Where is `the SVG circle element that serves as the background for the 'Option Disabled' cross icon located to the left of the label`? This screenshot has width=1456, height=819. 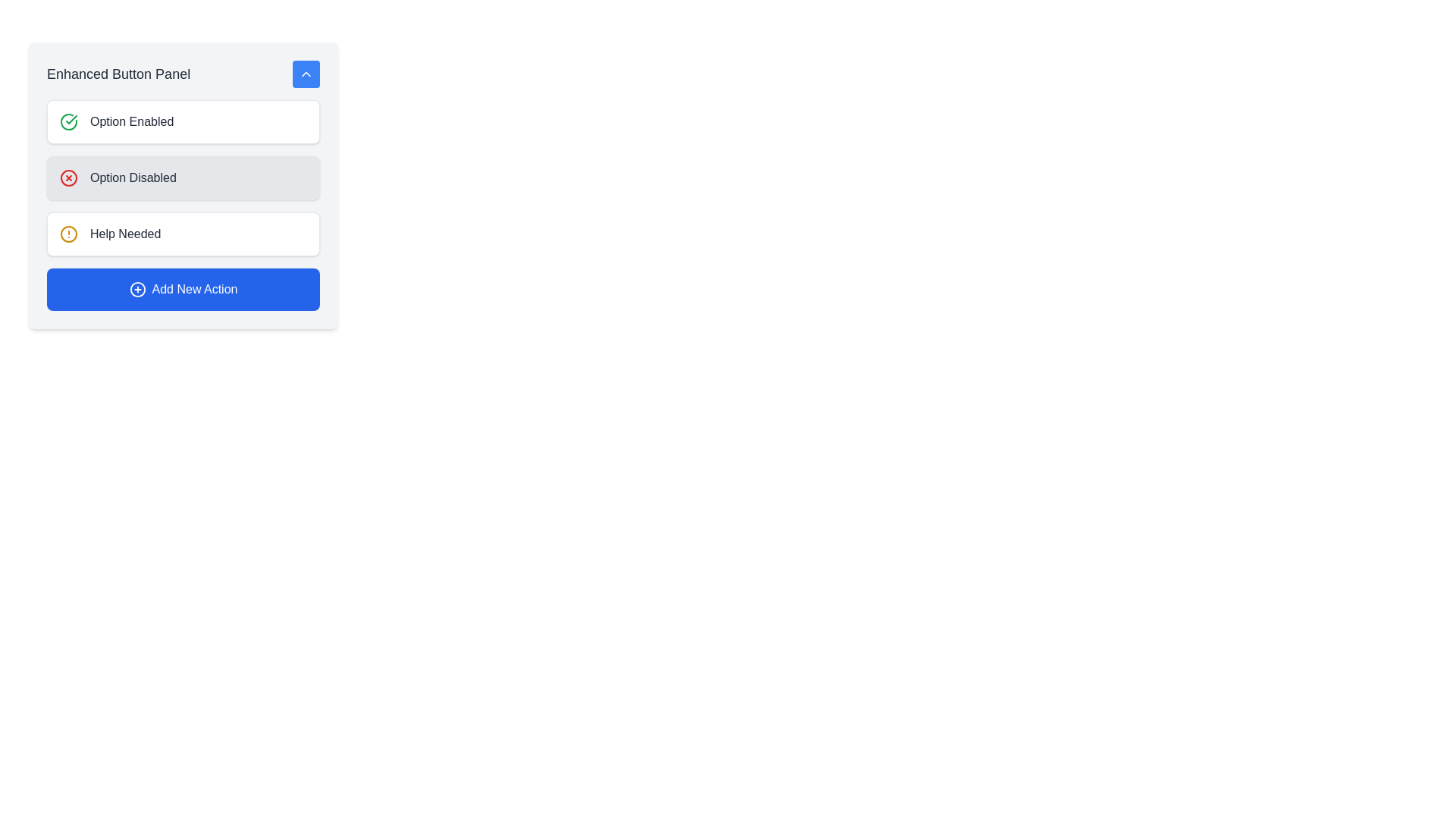 the SVG circle element that serves as the background for the 'Option Disabled' cross icon located to the left of the label is located at coordinates (68, 177).